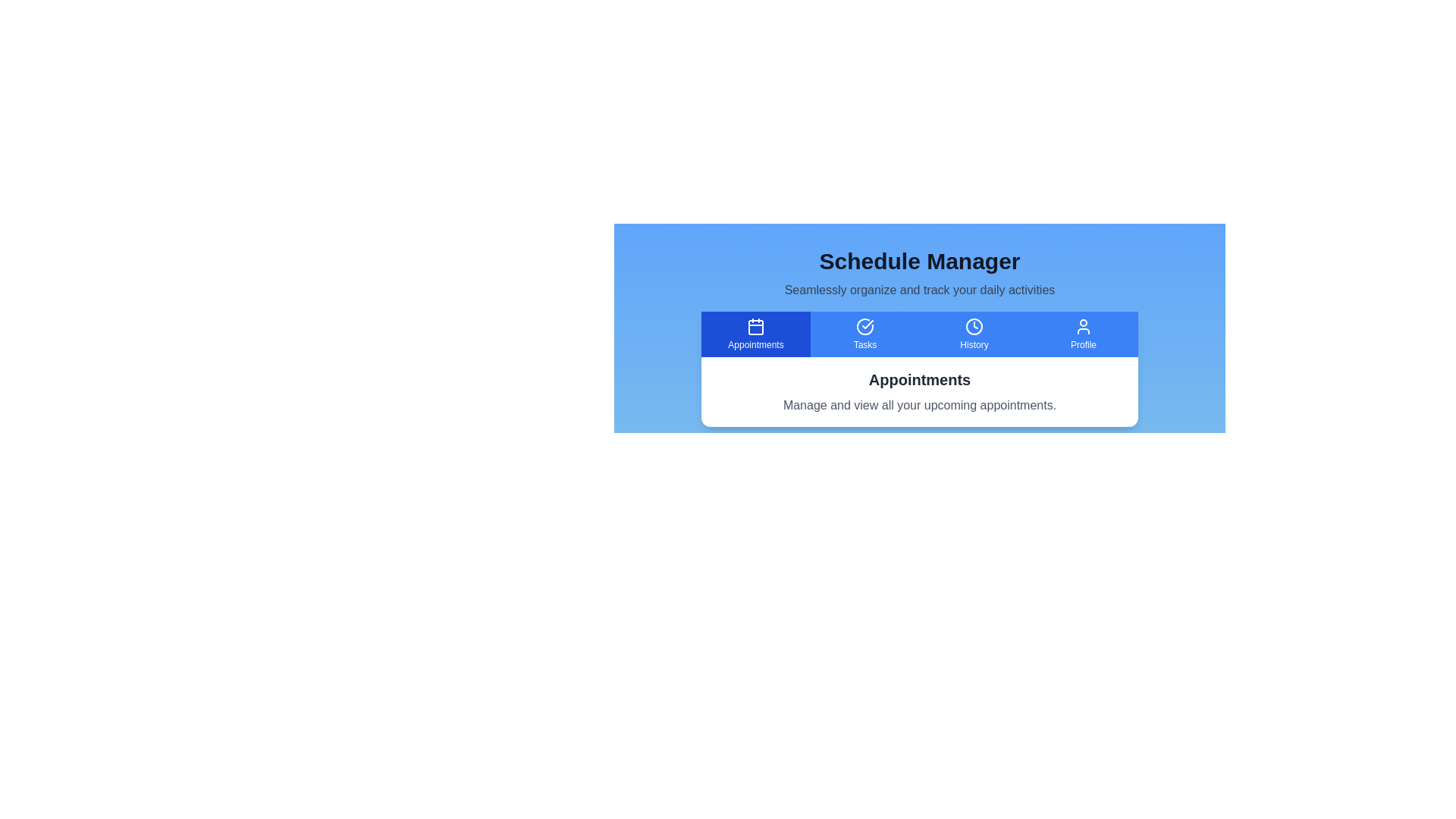 The width and height of the screenshot is (1456, 819). Describe the element at coordinates (919, 379) in the screenshot. I see `the centrally aligned text label that serves as a header for managing and viewing appointments, located above the descriptive text and under the blue navigation bar` at that location.